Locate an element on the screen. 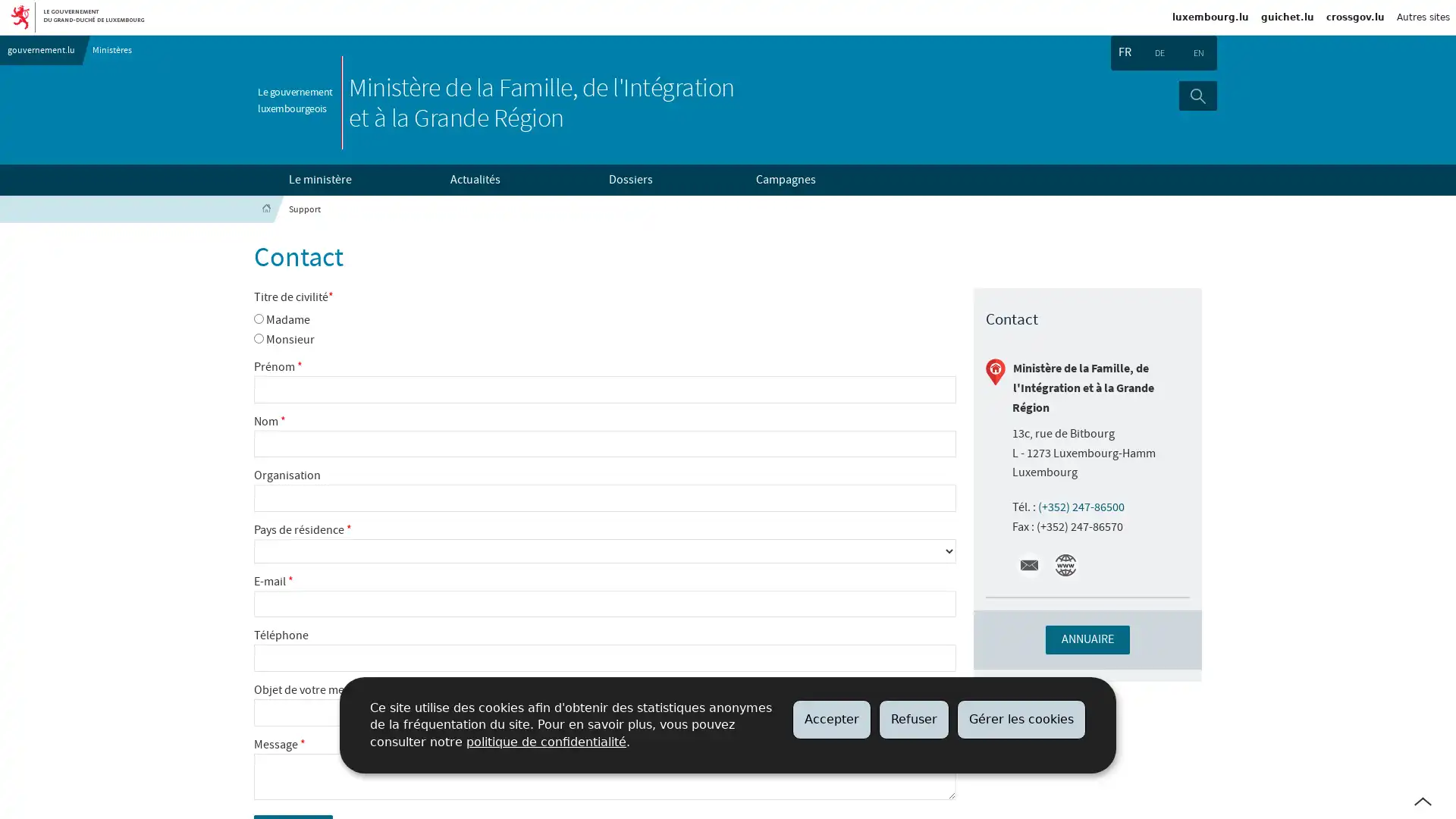 This screenshot has width=1456, height=819. + is located at coordinates (1009, 624).